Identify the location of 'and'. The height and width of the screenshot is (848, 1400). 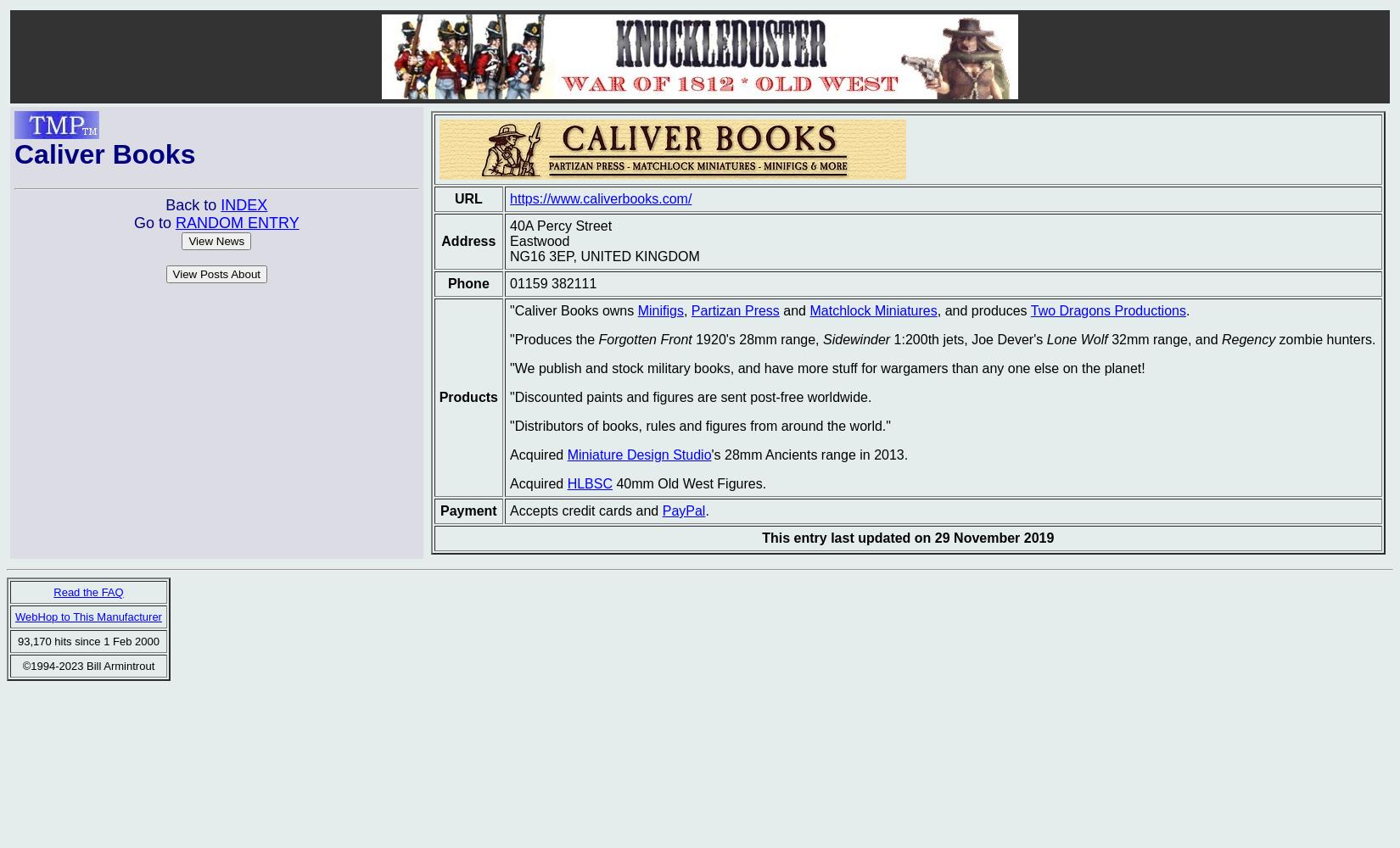
(794, 310).